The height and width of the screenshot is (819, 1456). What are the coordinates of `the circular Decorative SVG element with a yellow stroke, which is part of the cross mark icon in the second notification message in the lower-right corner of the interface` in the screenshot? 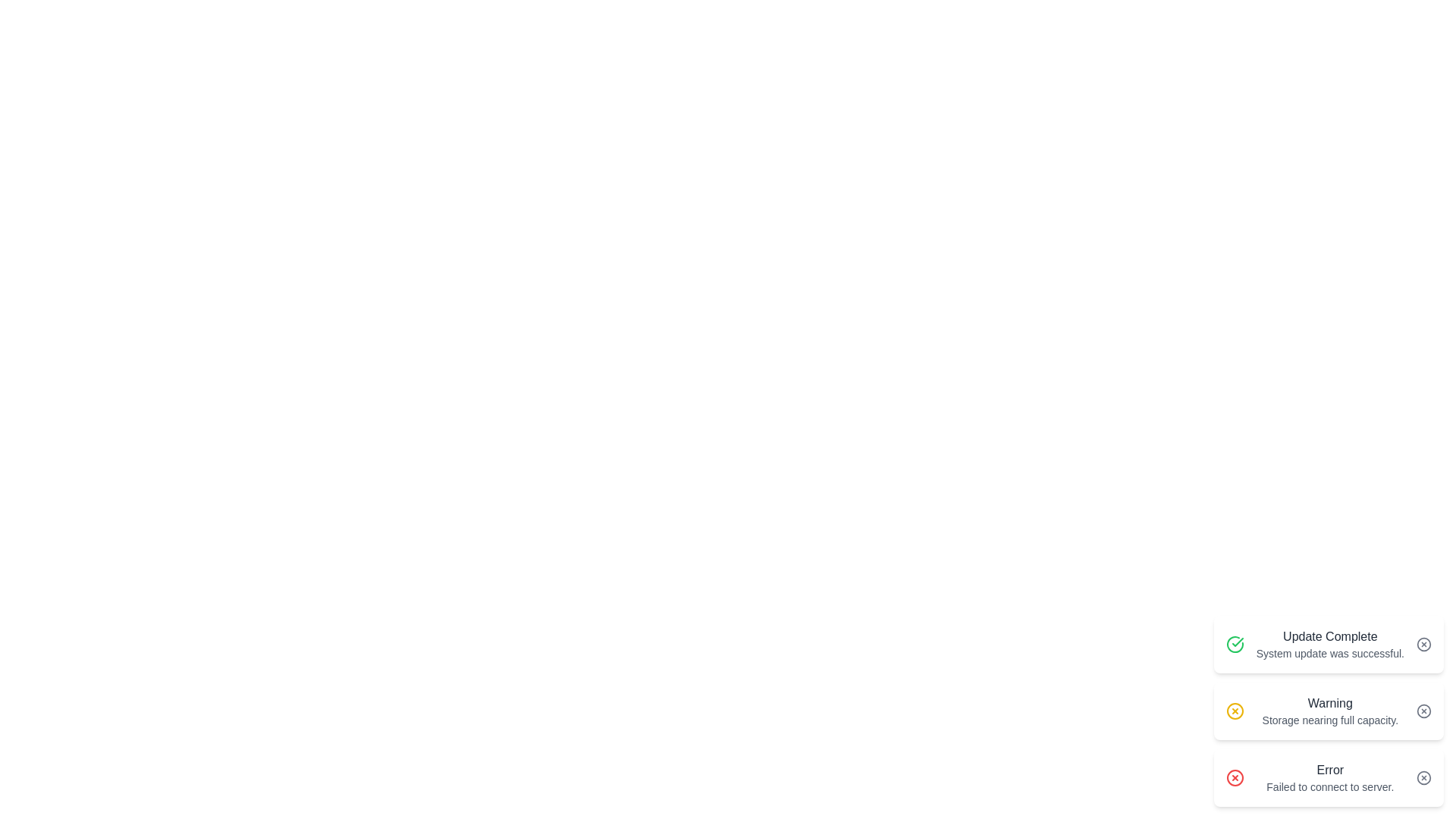 It's located at (1235, 711).